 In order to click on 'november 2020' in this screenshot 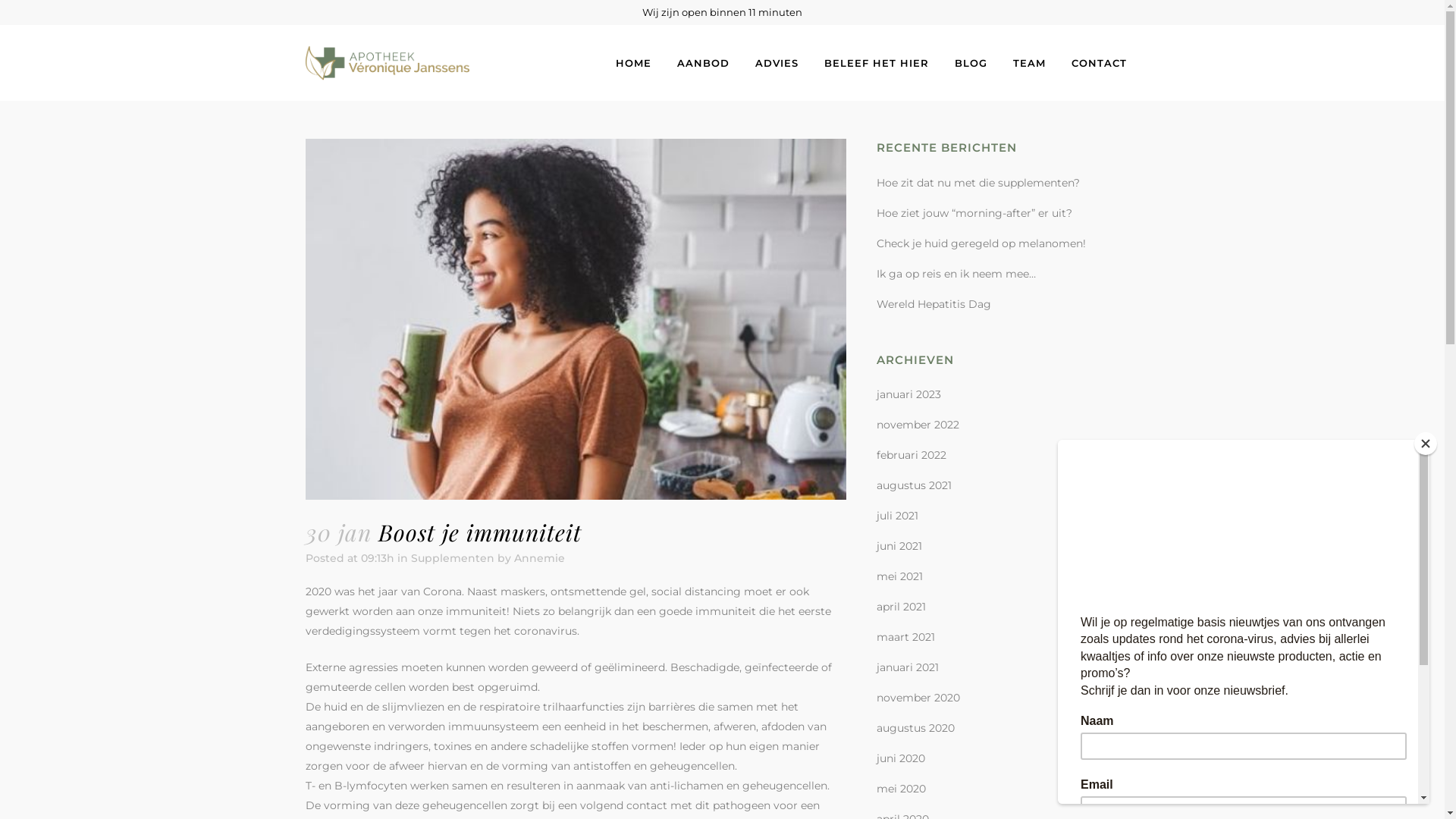, I will do `click(917, 698)`.